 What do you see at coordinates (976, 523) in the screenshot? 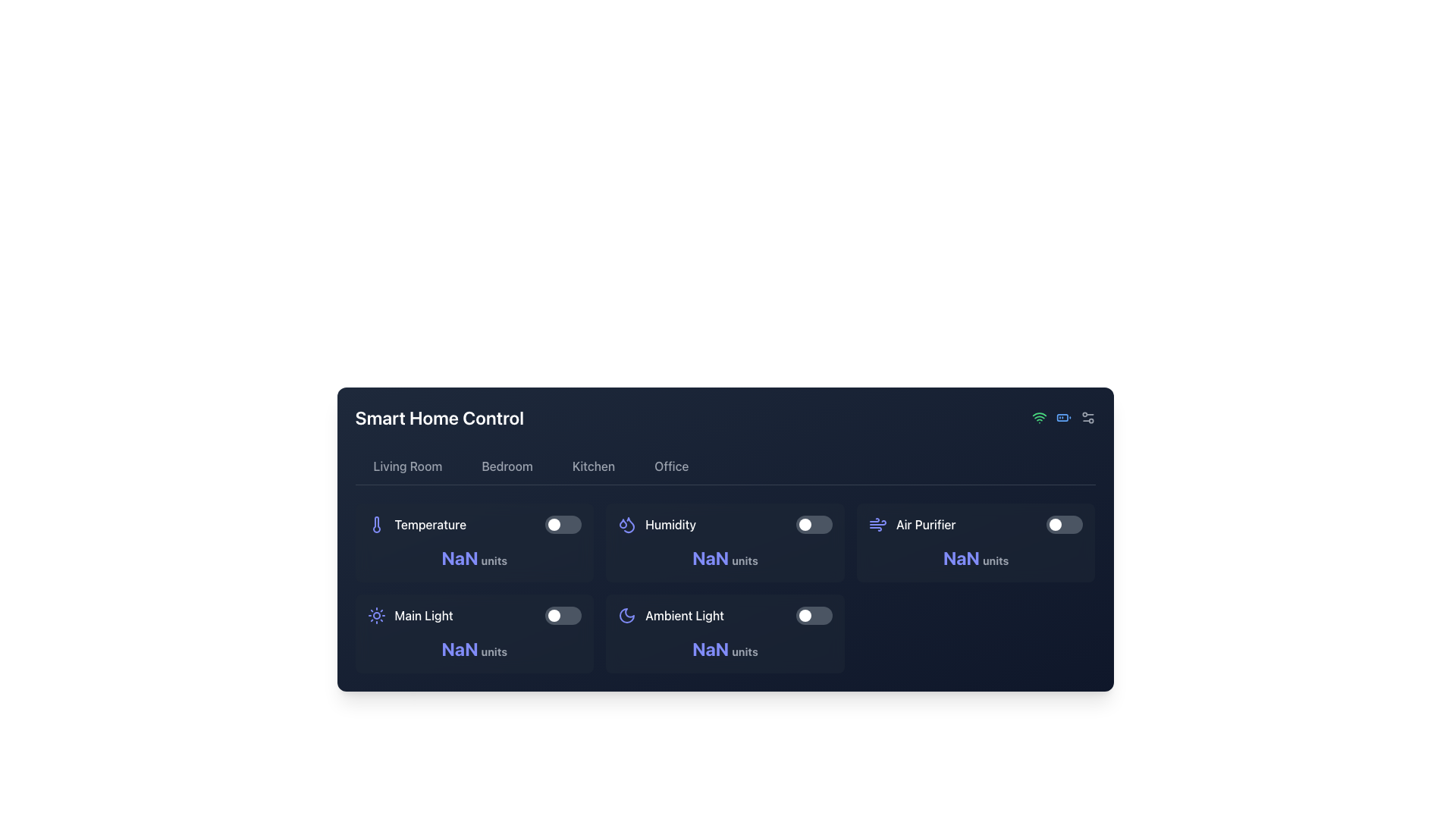
I see `the toggle control for the Air Purifier feature located in the top-right corner of the control card to change its state` at bounding box center [976, 523].